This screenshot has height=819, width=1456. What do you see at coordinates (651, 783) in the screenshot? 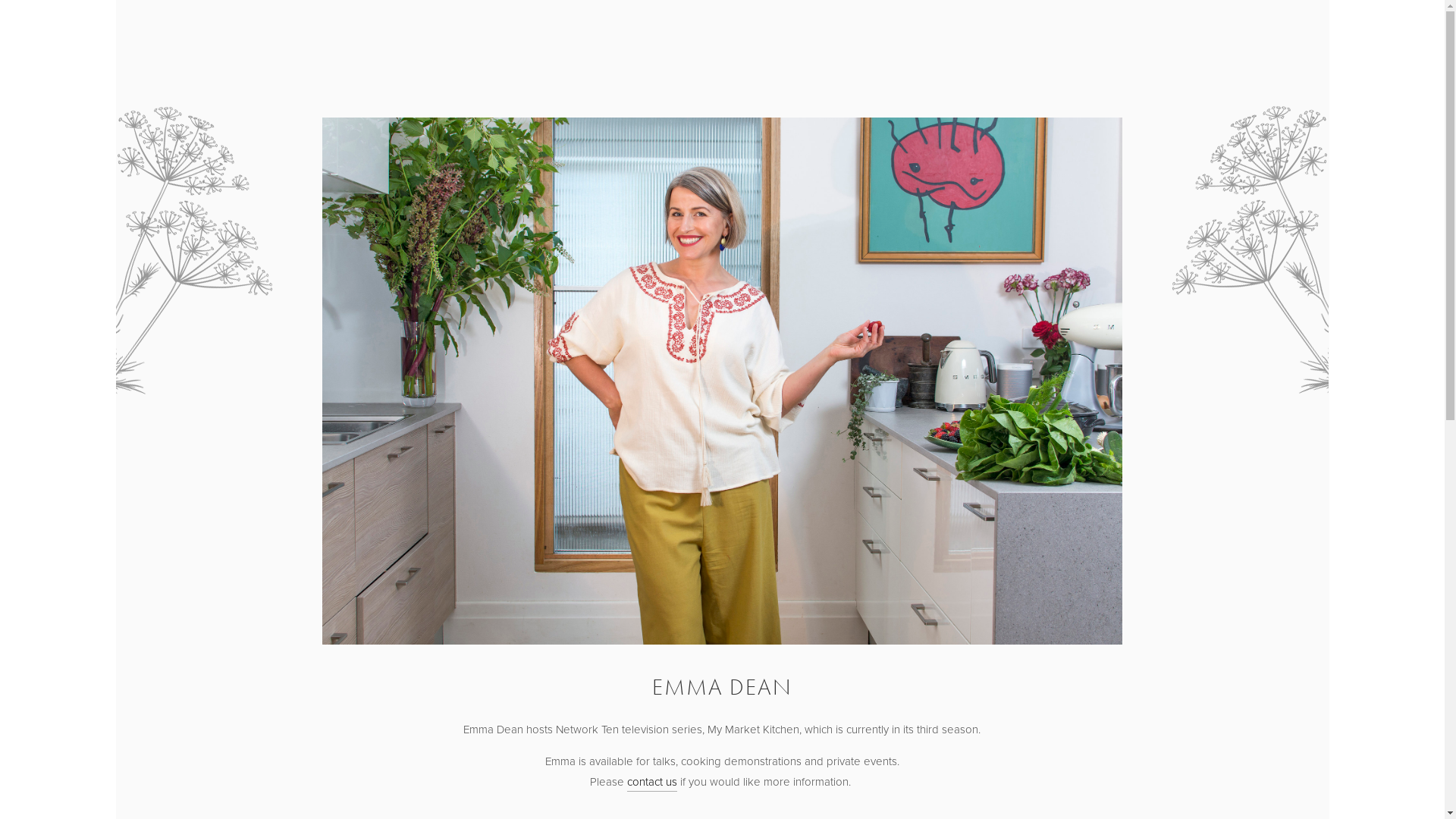
I see `'contact us'` at bounding box center [651, 783].